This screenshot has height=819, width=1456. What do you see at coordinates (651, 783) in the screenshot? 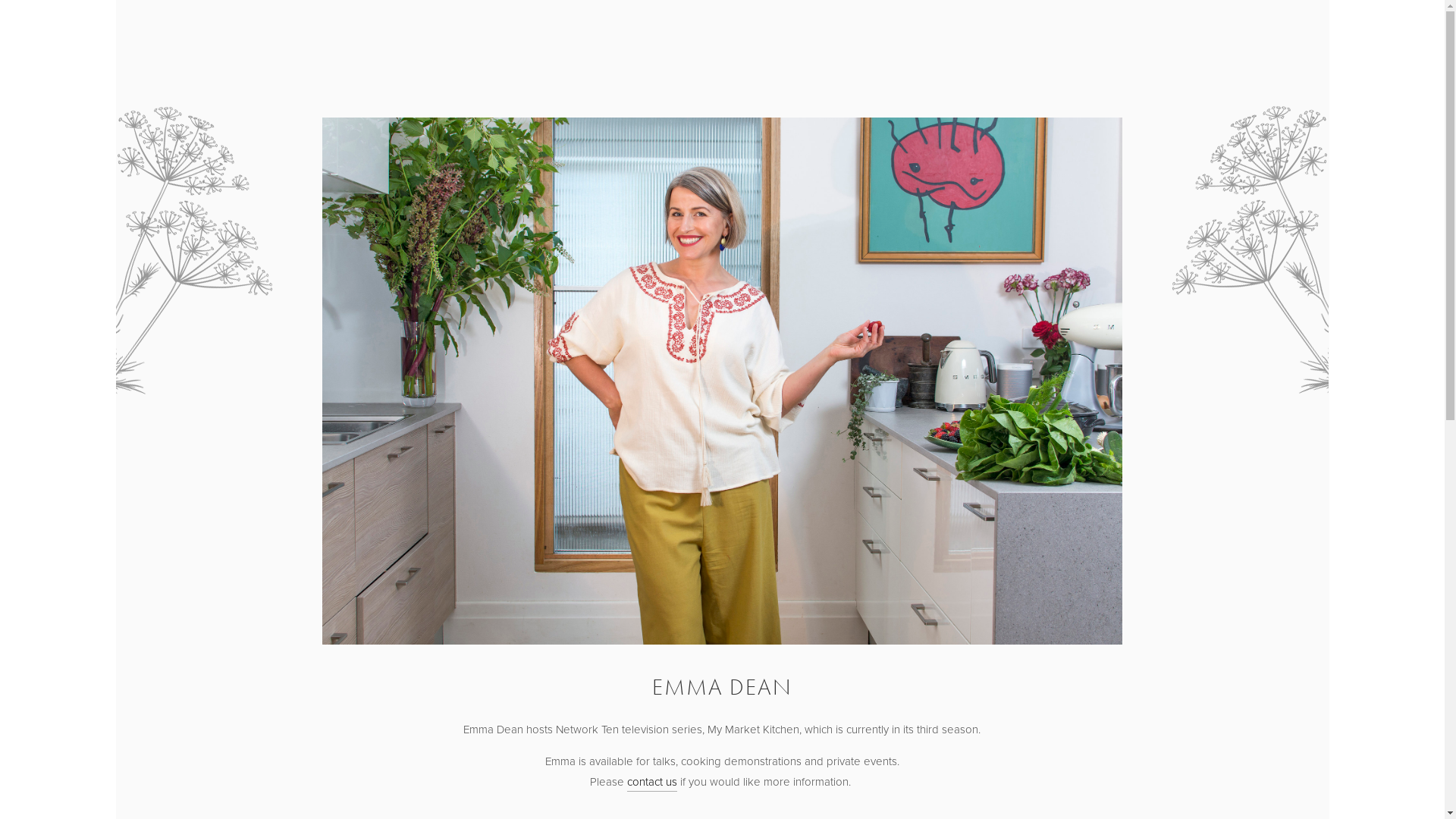
I see `'contact us'` at bounding box center [651, 783].